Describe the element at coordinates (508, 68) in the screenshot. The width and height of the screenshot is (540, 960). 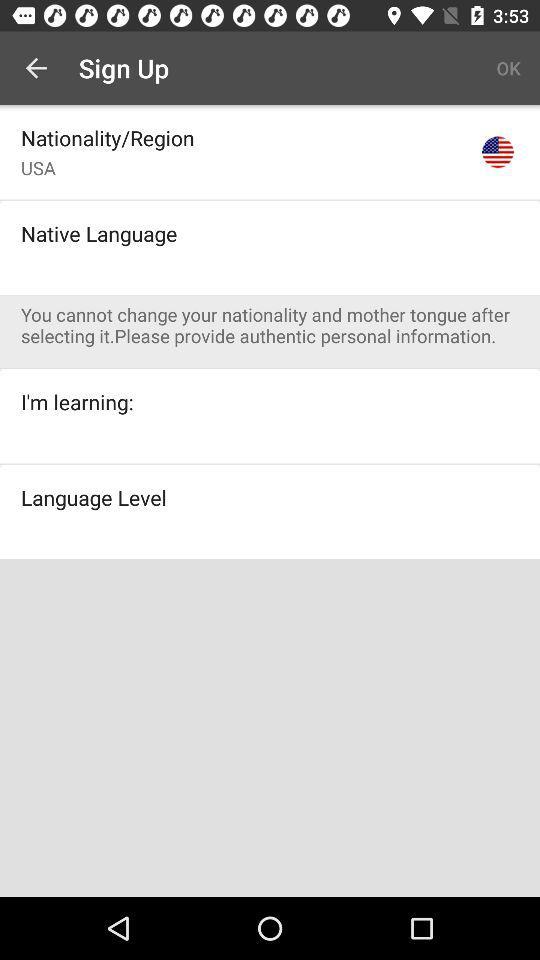
I see `ok item` at that location.